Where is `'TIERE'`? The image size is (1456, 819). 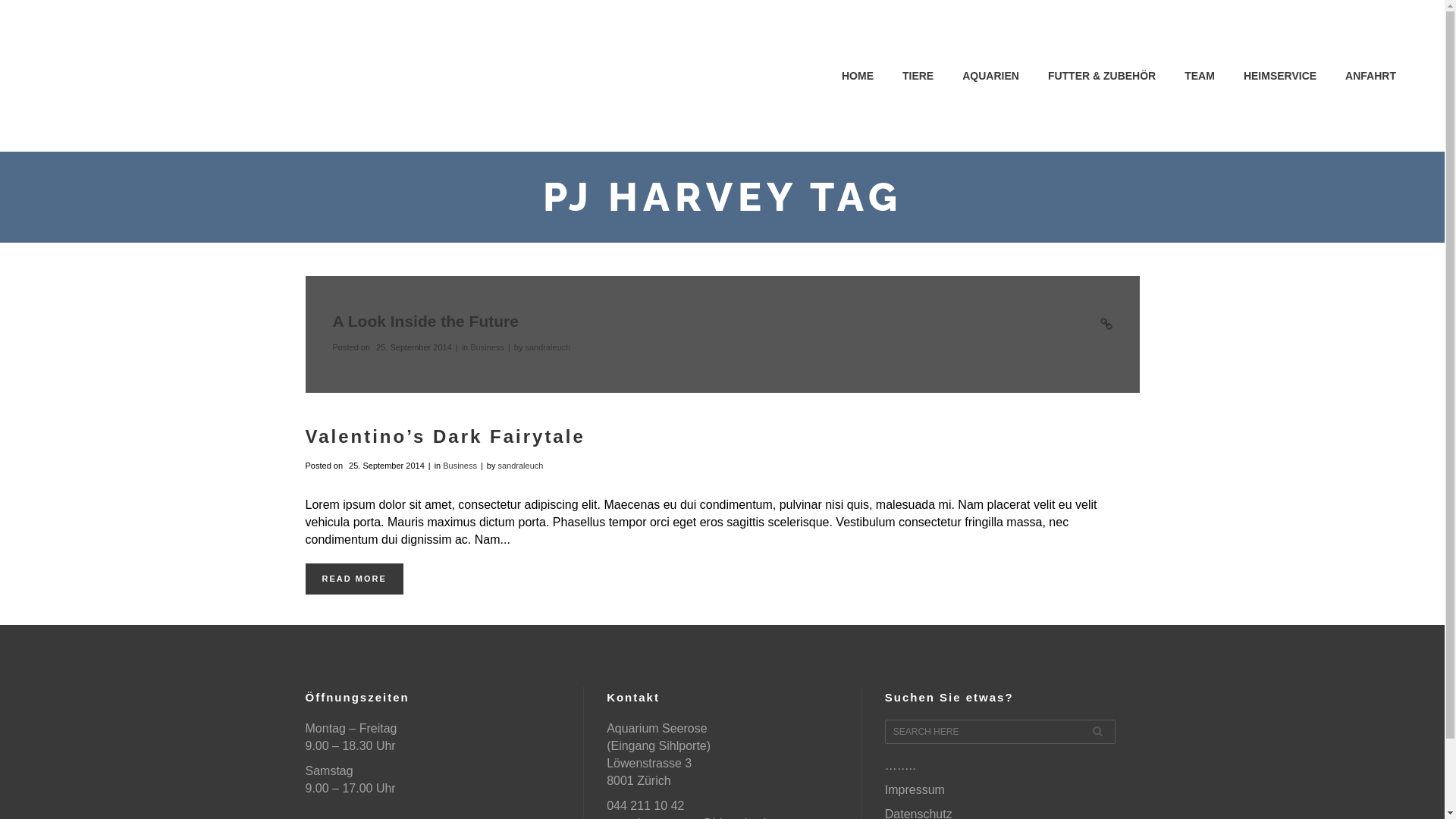 'TIERE' is located at coordinates (917, 76).